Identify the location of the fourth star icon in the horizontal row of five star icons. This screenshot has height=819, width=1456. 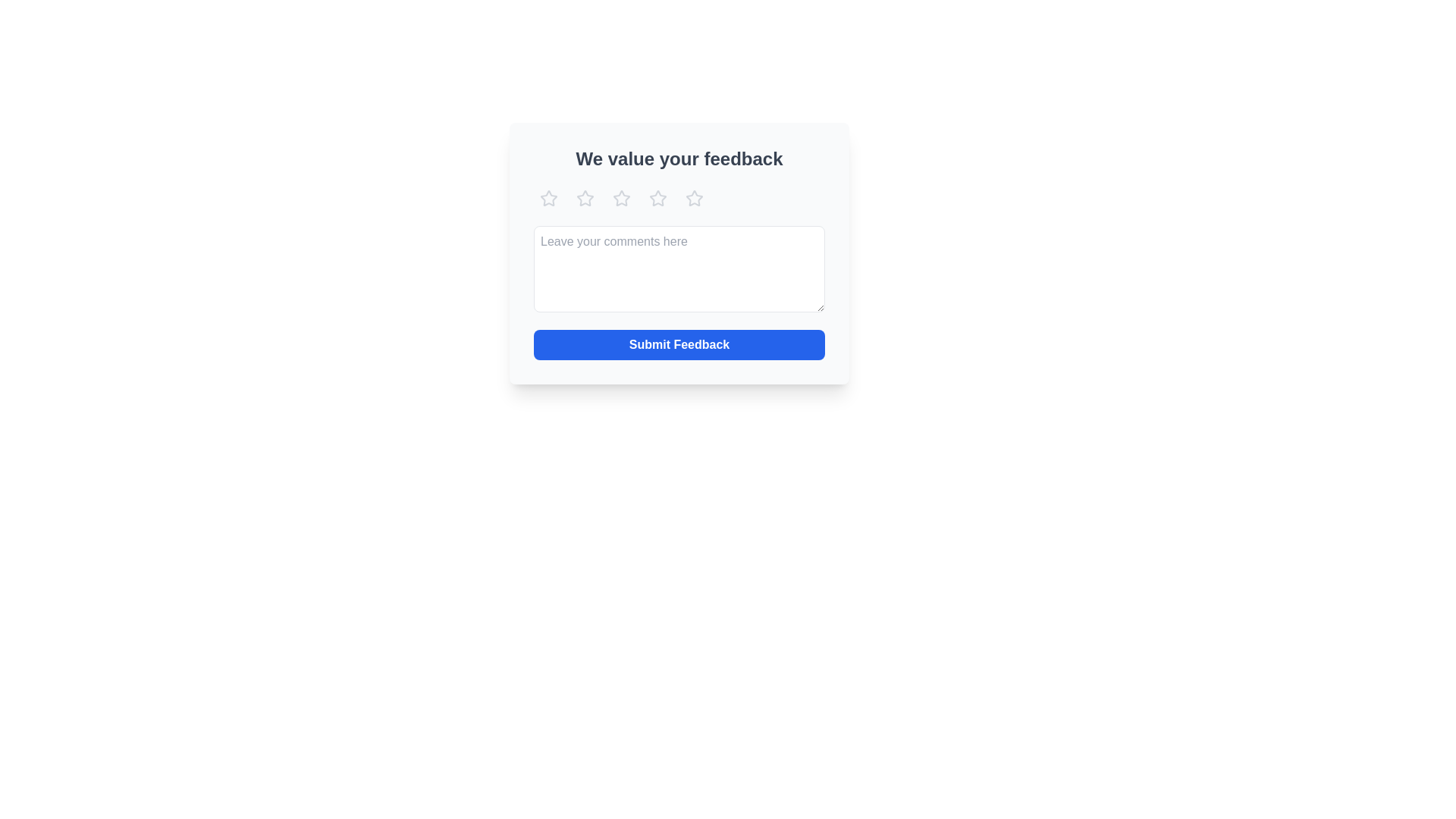
(658, 198).